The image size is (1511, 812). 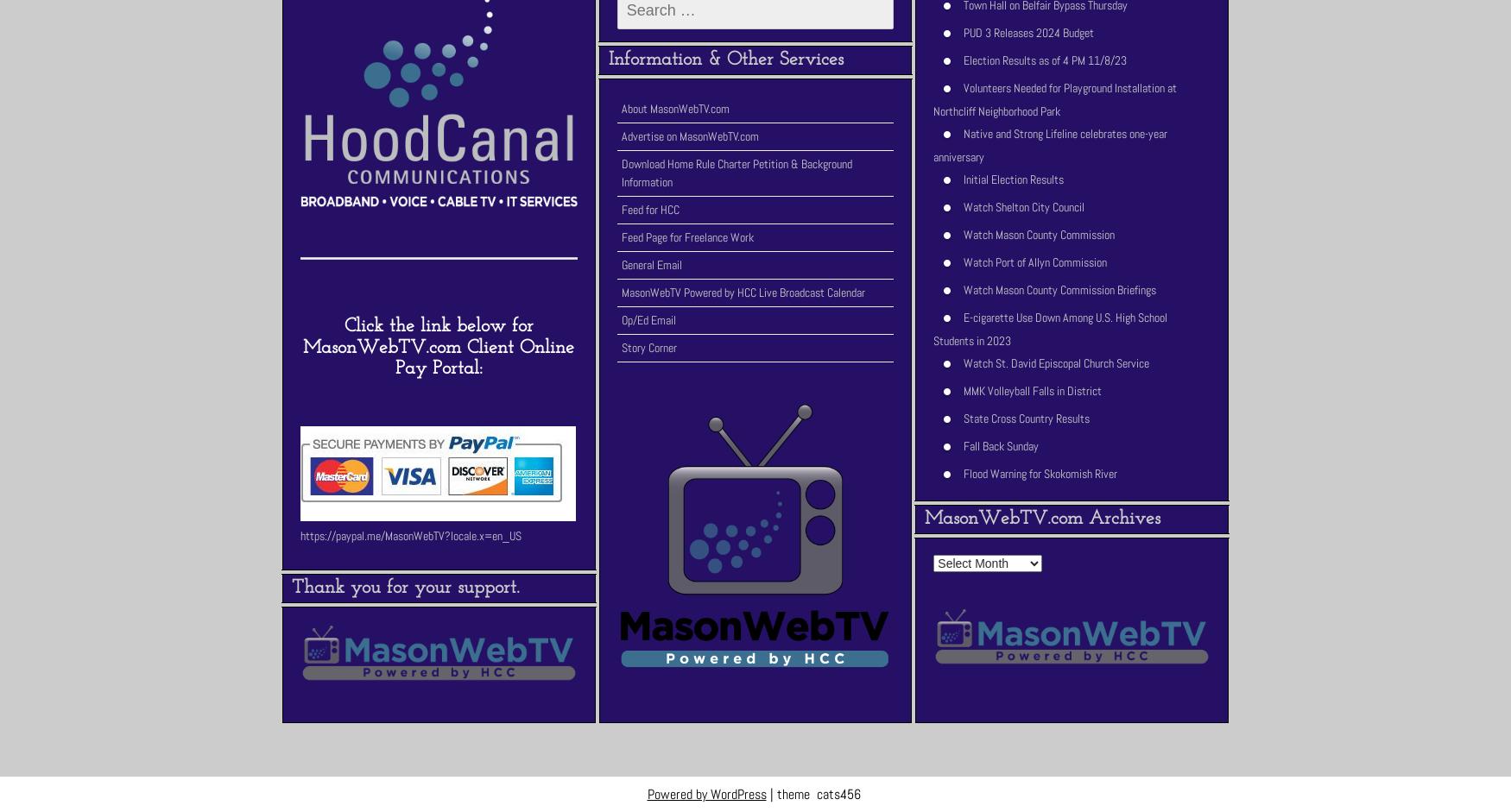 I want to click on 'Watch Mason County Commission', so click(x=1040, y=234).